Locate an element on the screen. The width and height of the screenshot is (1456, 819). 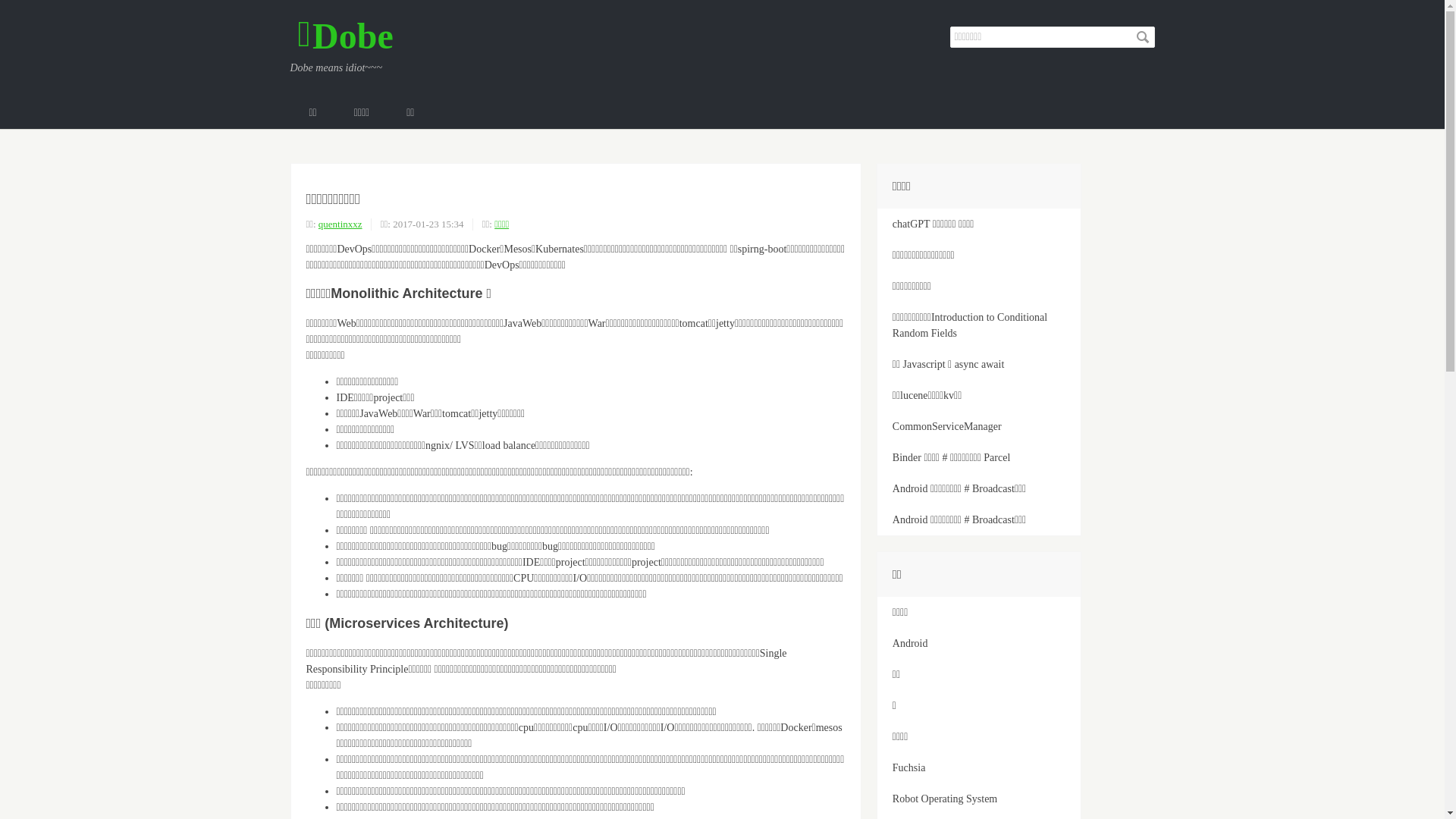
'Dobe' is located at coordinates (297, 34).